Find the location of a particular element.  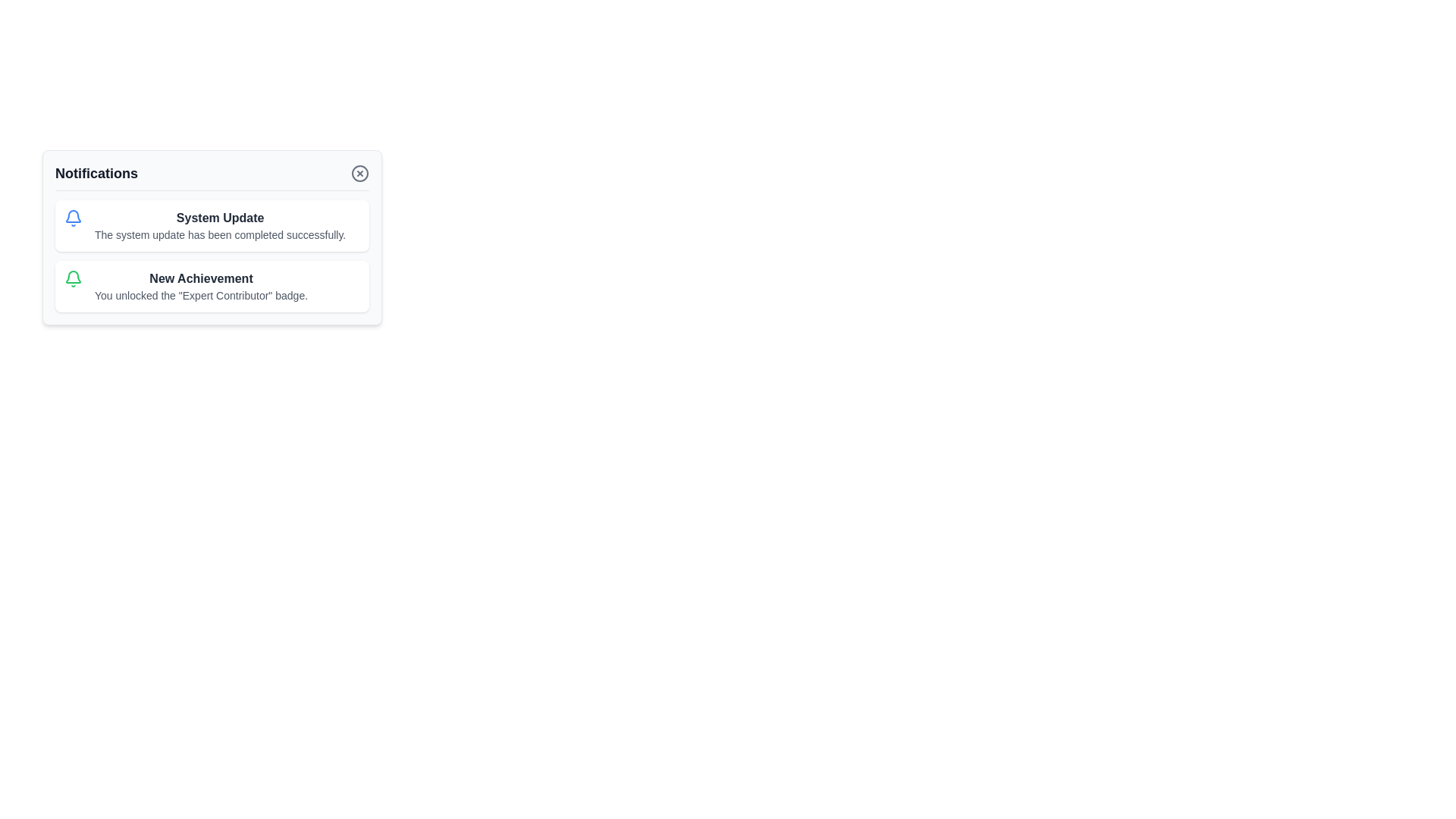

text label that conveys information about the successful completion of a system update, which is located in the notification card beneath the 'System Update' heading is located at coordinates (219, 234).